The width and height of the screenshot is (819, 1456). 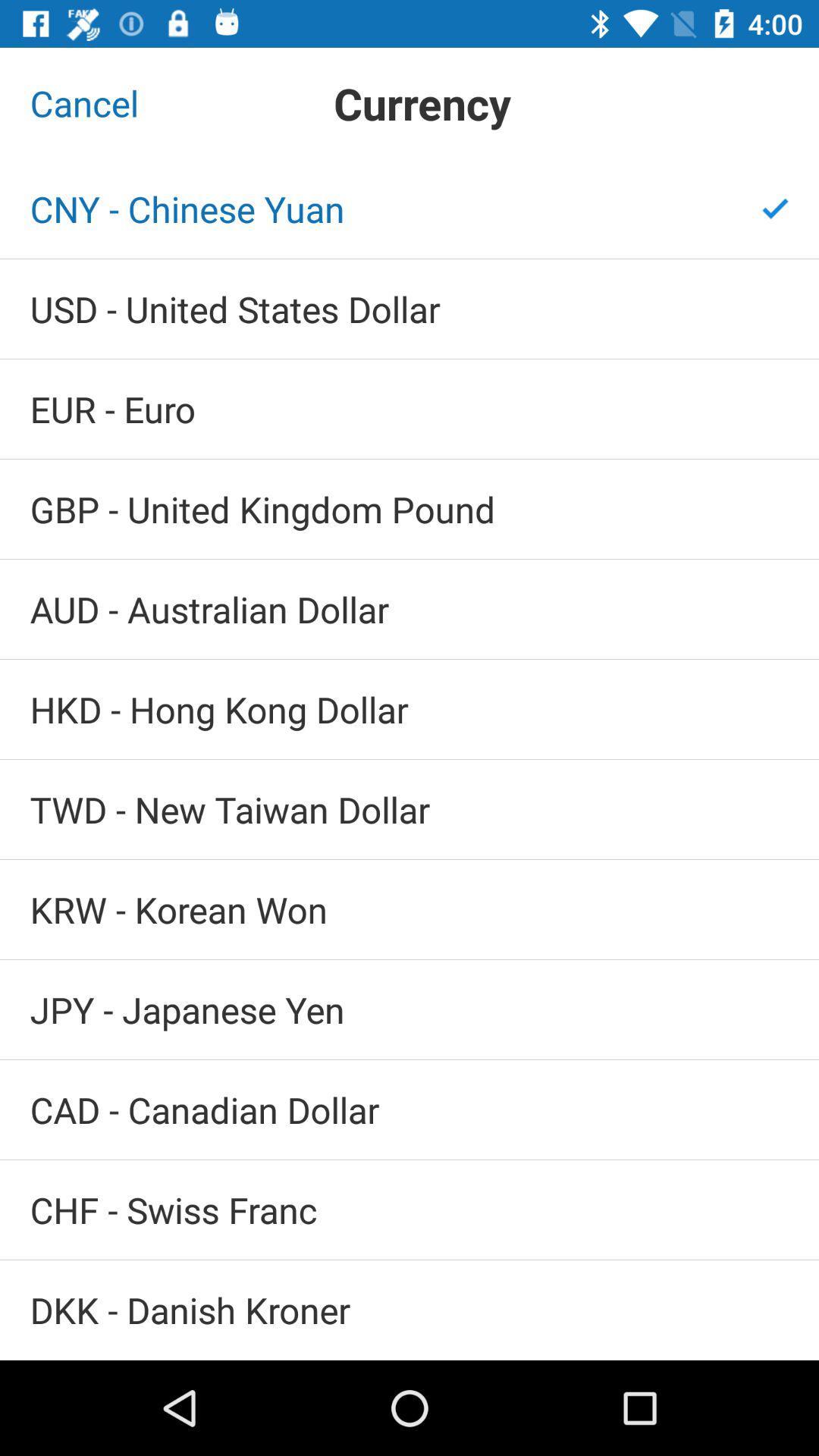 I want to click on the cancel icon, so click(x=84, y=102).